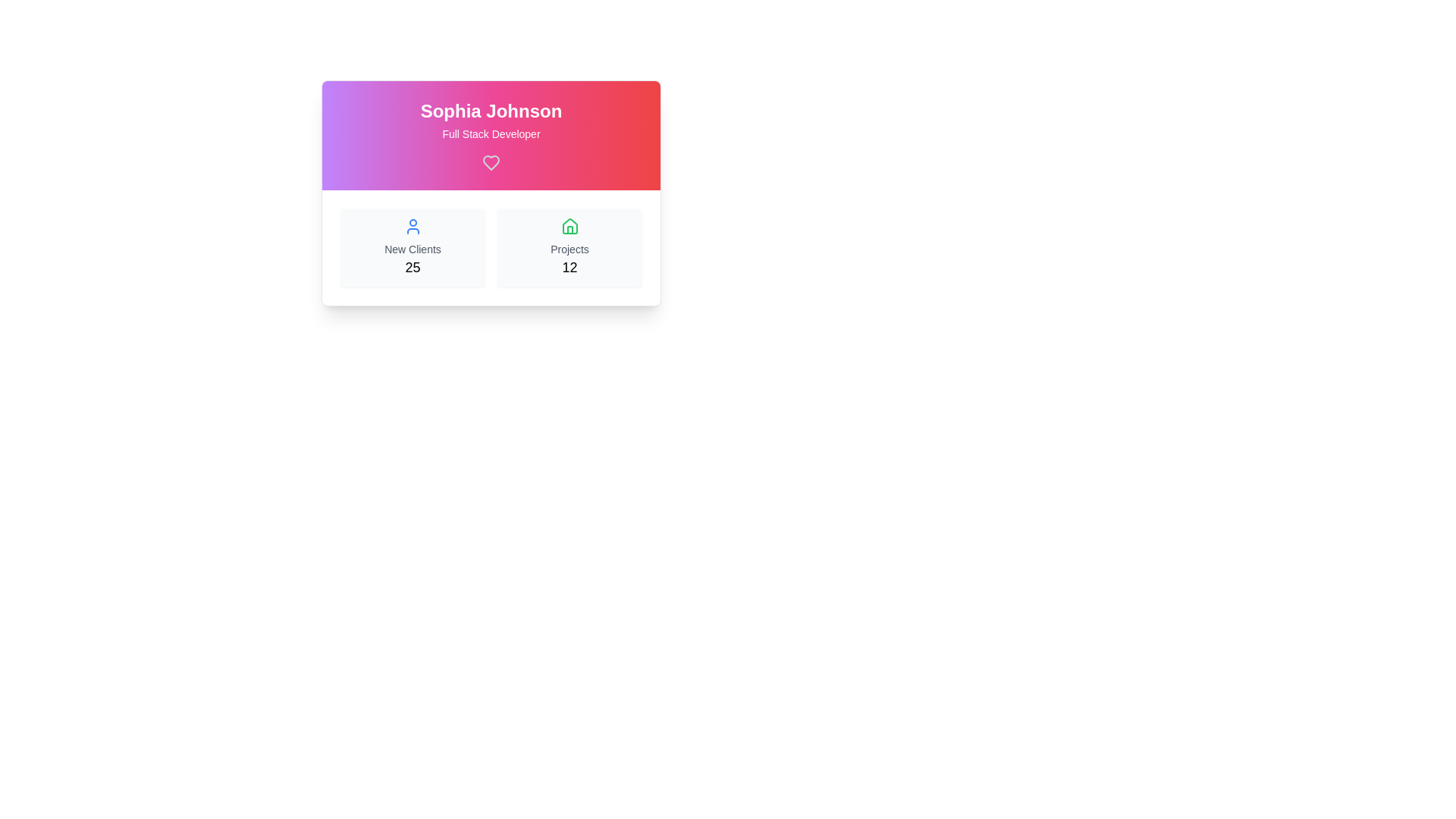 Image resolution: width=1456 pixels, height=819 pixels. Describe the element at coordinates (569, 267) in the screenshot. I see `displayed number from the Text Label that shows the number of projects associated with the user, located in the bottom-right side of the card component, below the green house icon and above the 'Projects' label` at that location.